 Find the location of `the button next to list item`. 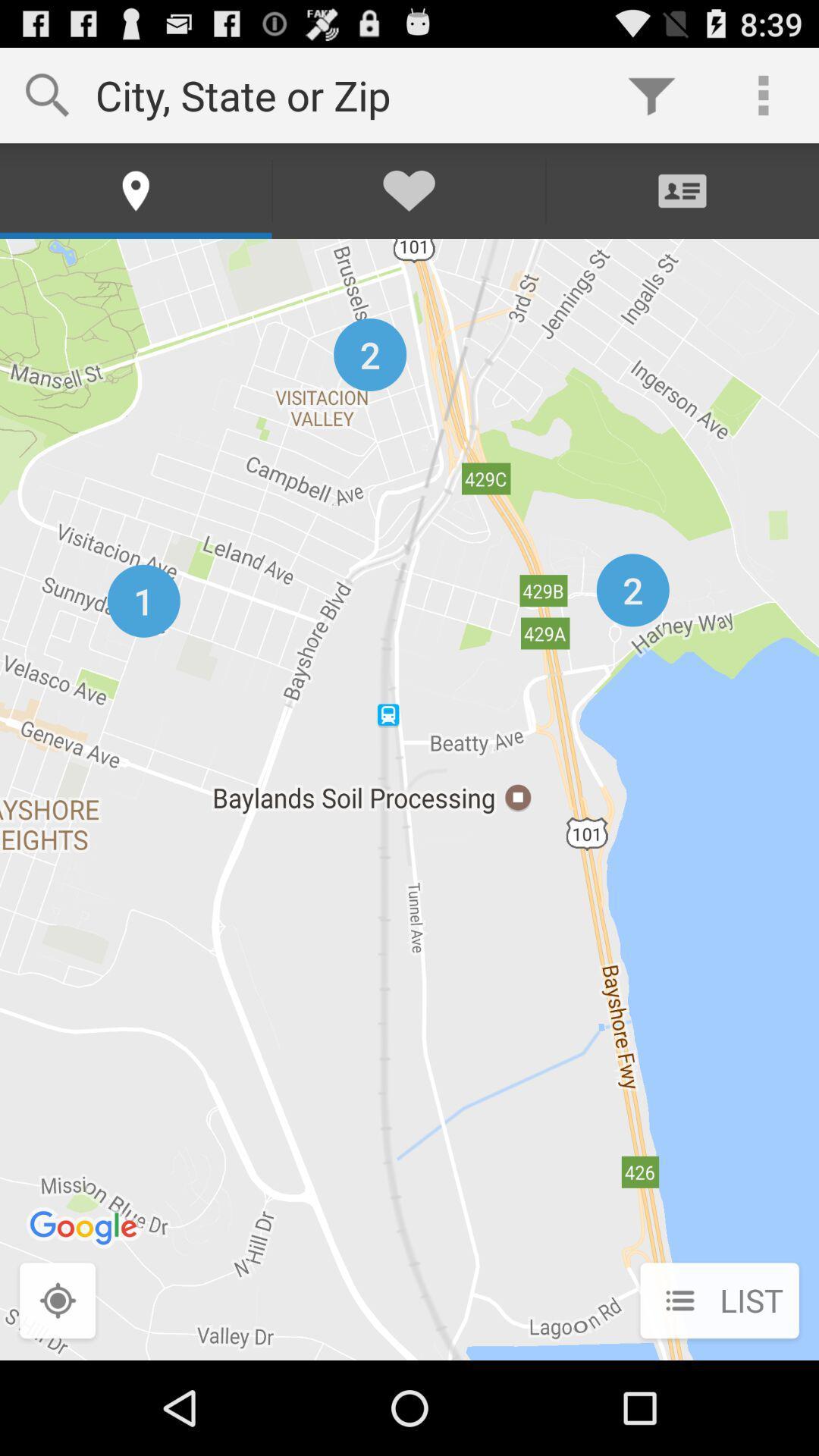

the button next to list item is located at coordinates (57, 1301).